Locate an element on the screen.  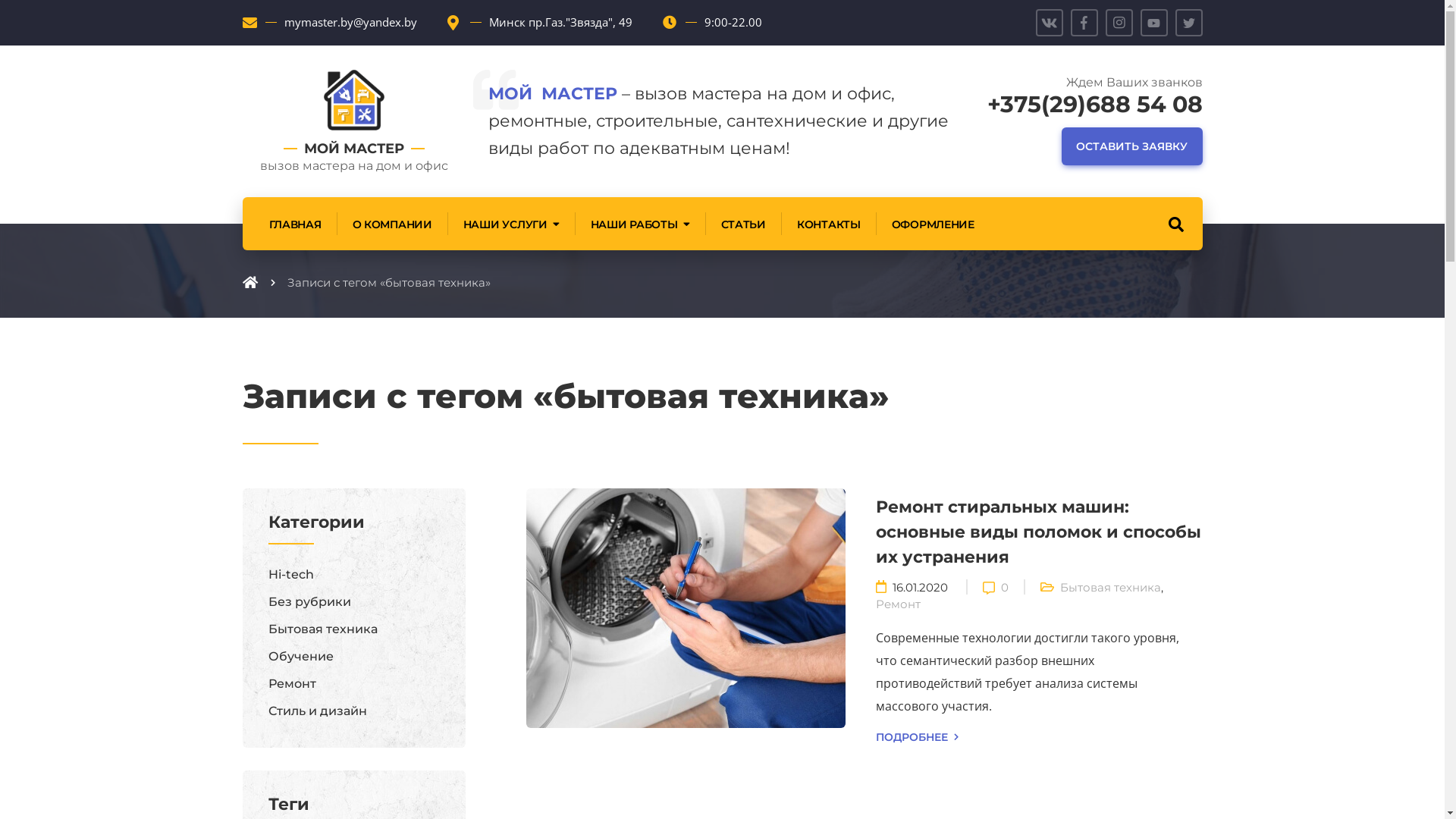
'+375(29)688 54 08' is located at coordinates (987, 103).